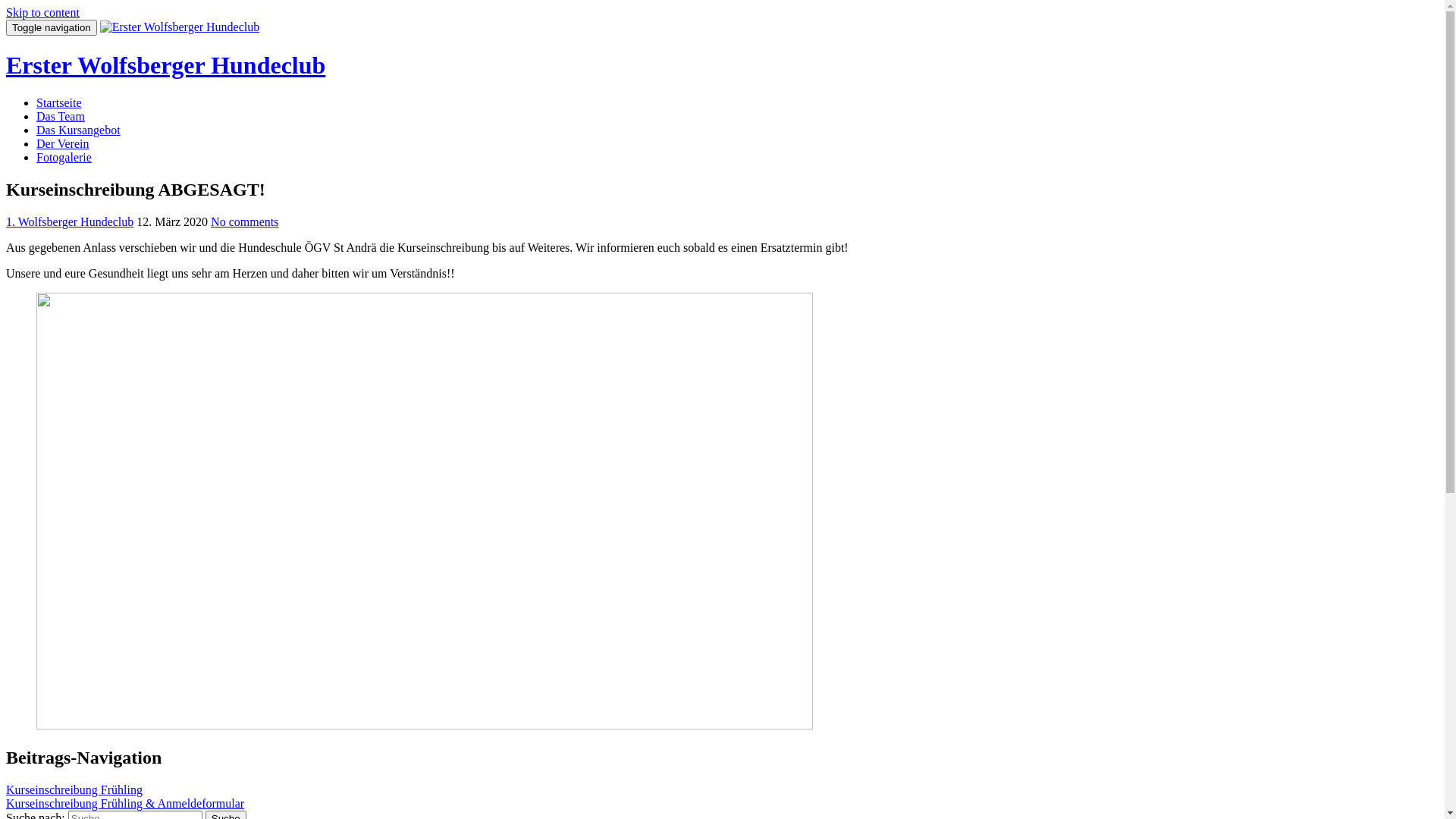  What do you see at coordinates (58, 102) in the screenshot?
I see `'Startseite'` at bounding box center [58, 102].